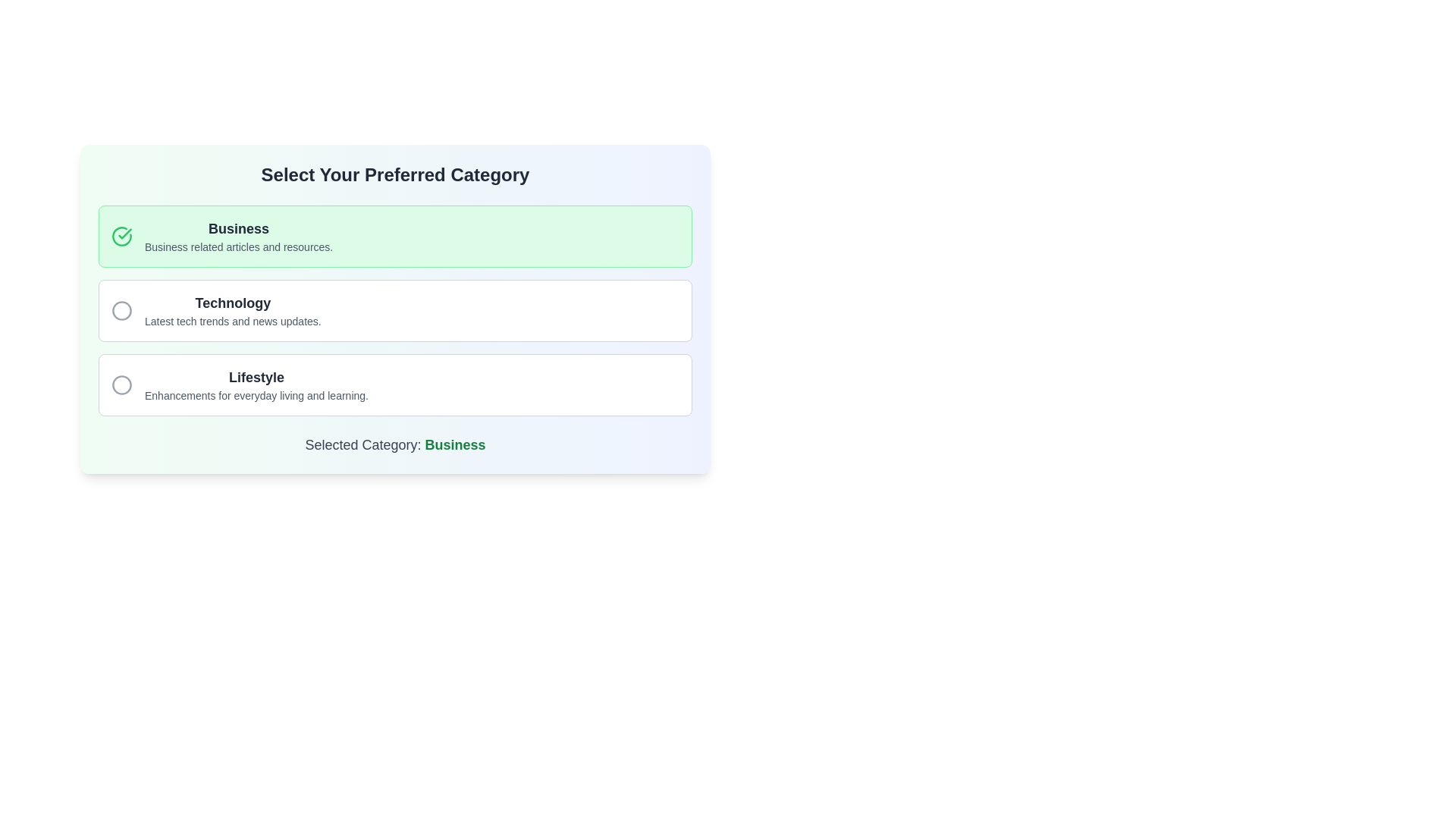 This screenshot has height=819, width=1456. What do you see at coordinates (238, 237) in the screenshot?
I see `text content of the header element located in the topmost category card under the title 'Select Your Preferred Category', which is highlighted in green and follows a green checkmark icon` at bounding box center [238, 237].